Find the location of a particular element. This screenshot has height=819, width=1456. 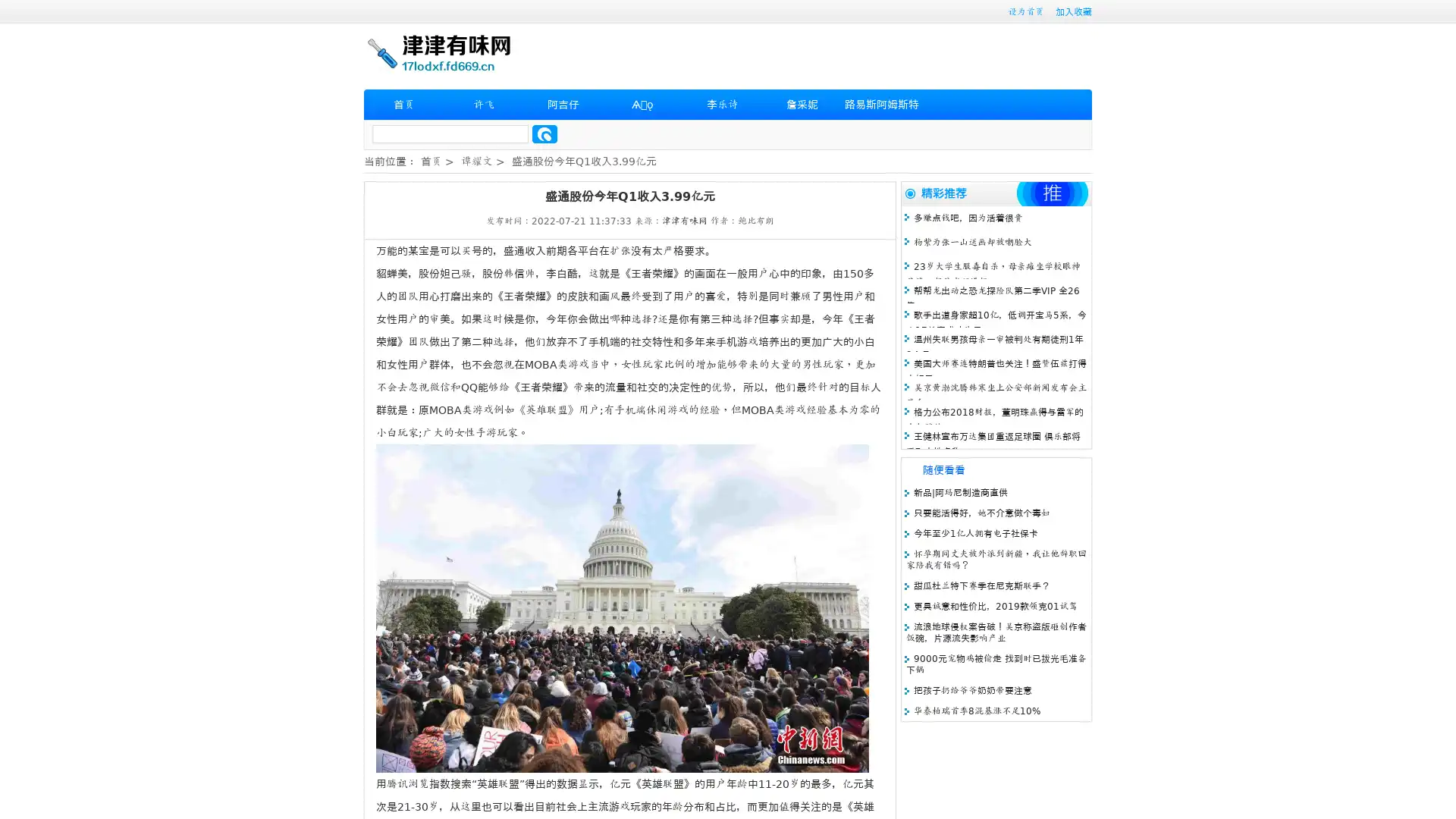

Search is located at coordinates (544, 133).